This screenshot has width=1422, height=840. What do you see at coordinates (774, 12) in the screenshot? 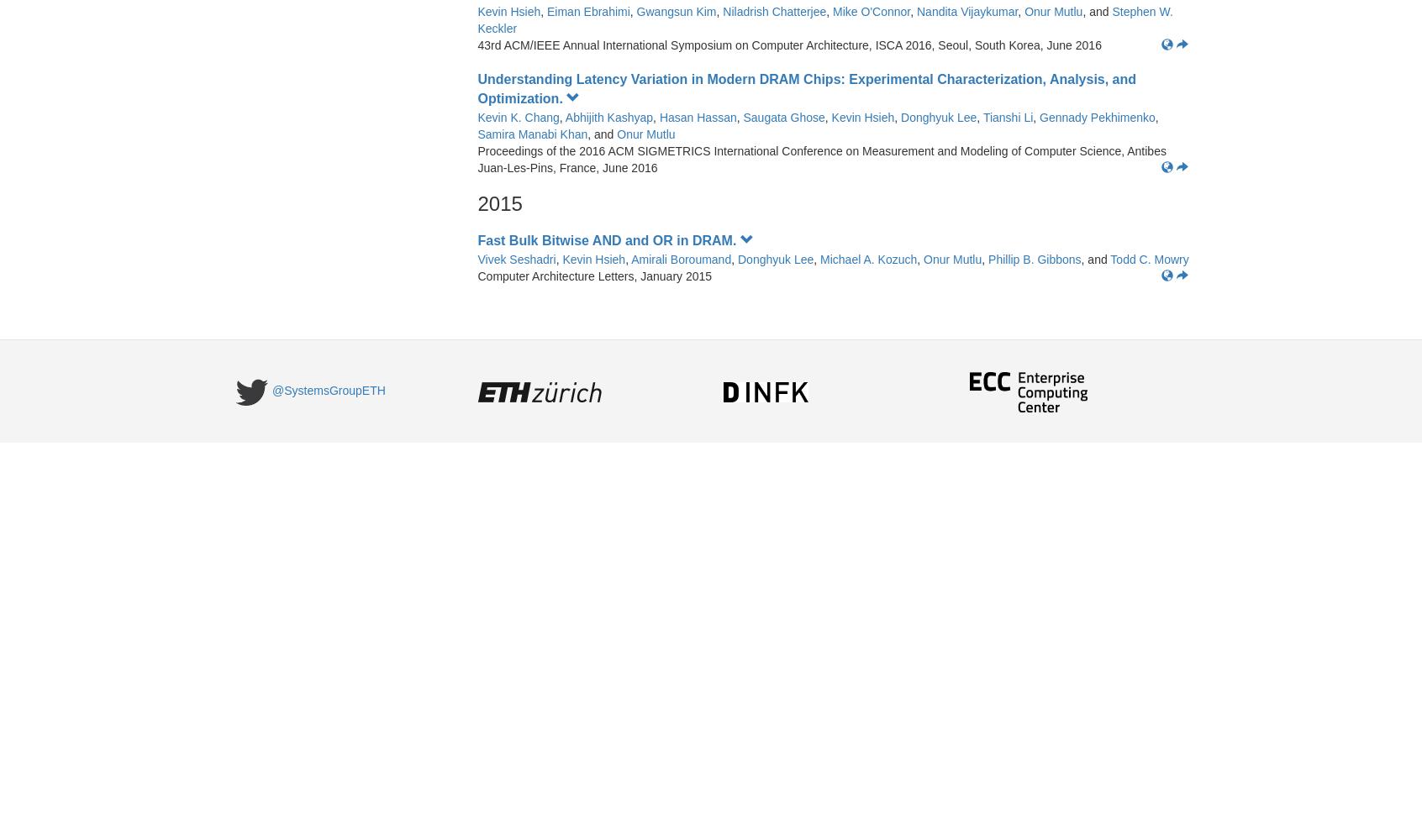
I see `'Niladrish Chatterjee'` at bounding box center [774, 12].